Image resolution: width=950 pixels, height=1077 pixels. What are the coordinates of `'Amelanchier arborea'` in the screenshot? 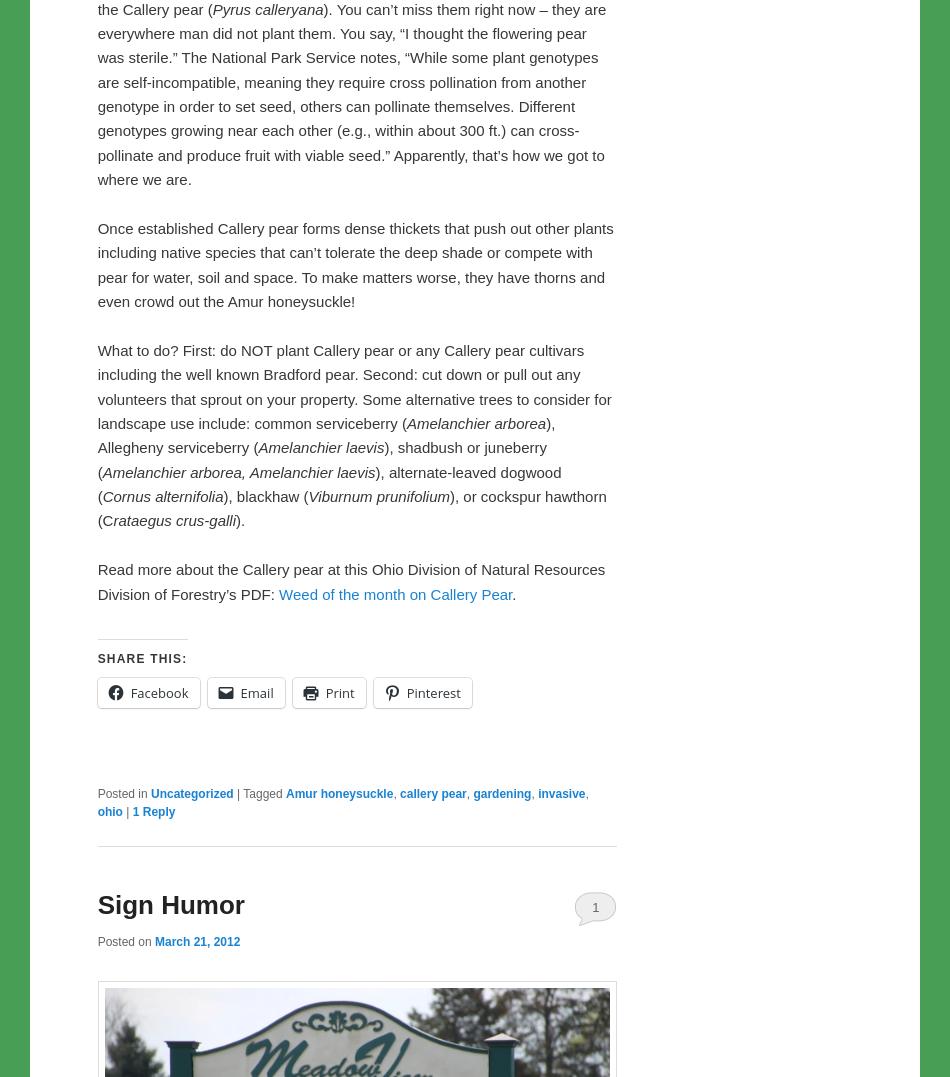 It's located at (476, 421).